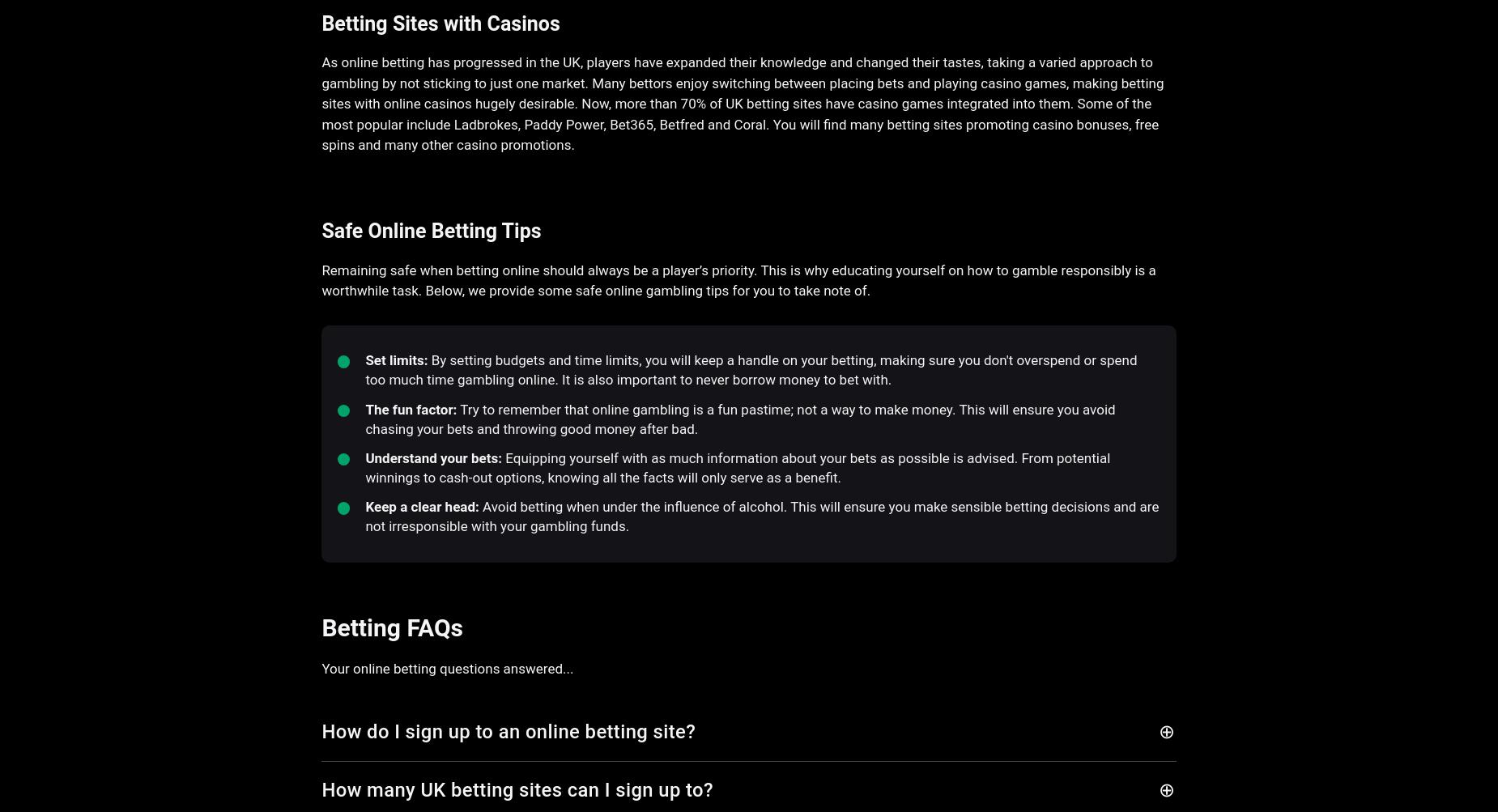  Describe the element at coordinates (440, 23) in the screenshot. I see `'Betting Sites with Casinos'` at that location.